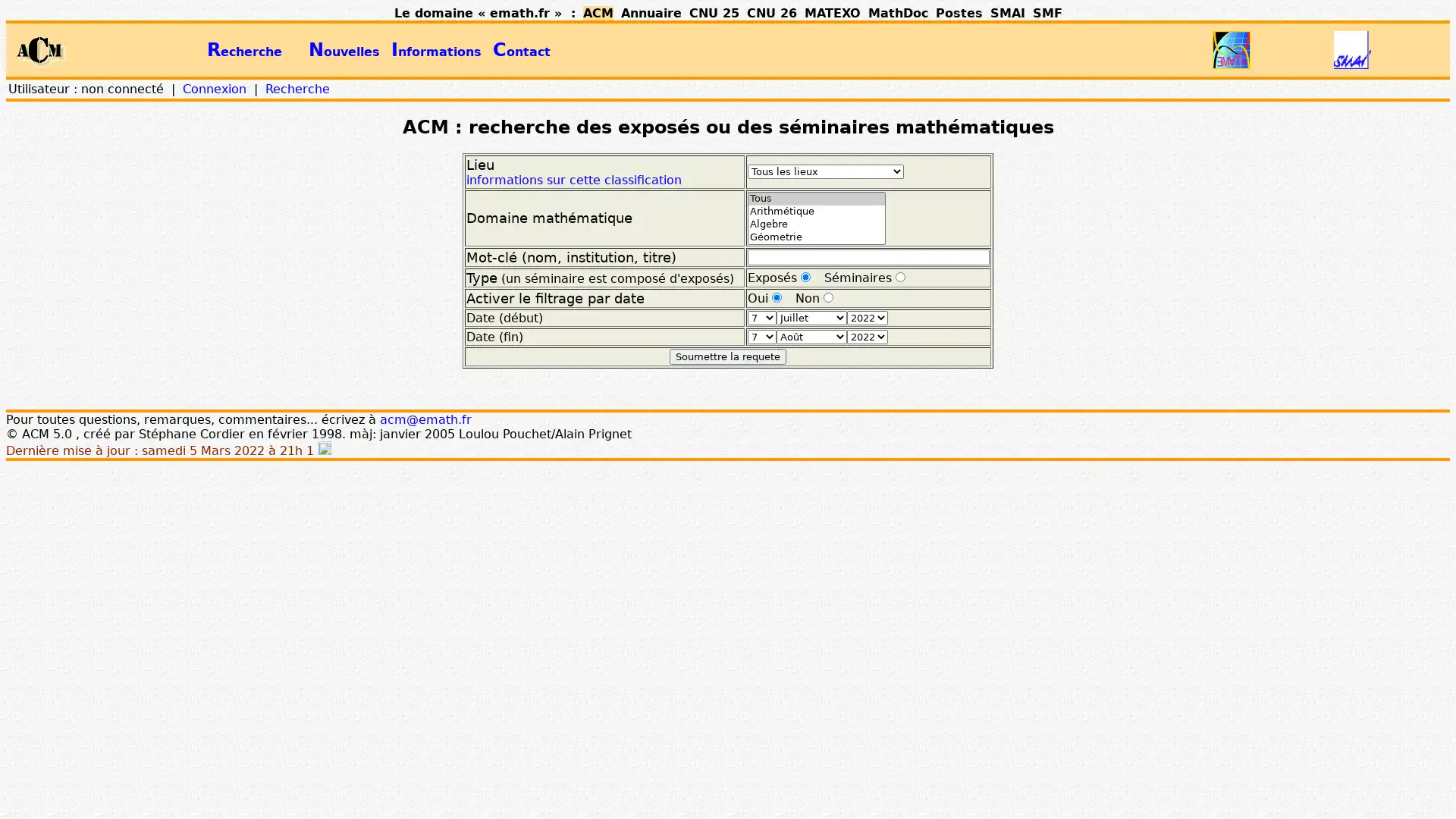 The height and width of the screenshot is (819, 1456). Describe the element at coordinates (728, 356) in the screenshot. I see `Soumettre la requete` at that location.